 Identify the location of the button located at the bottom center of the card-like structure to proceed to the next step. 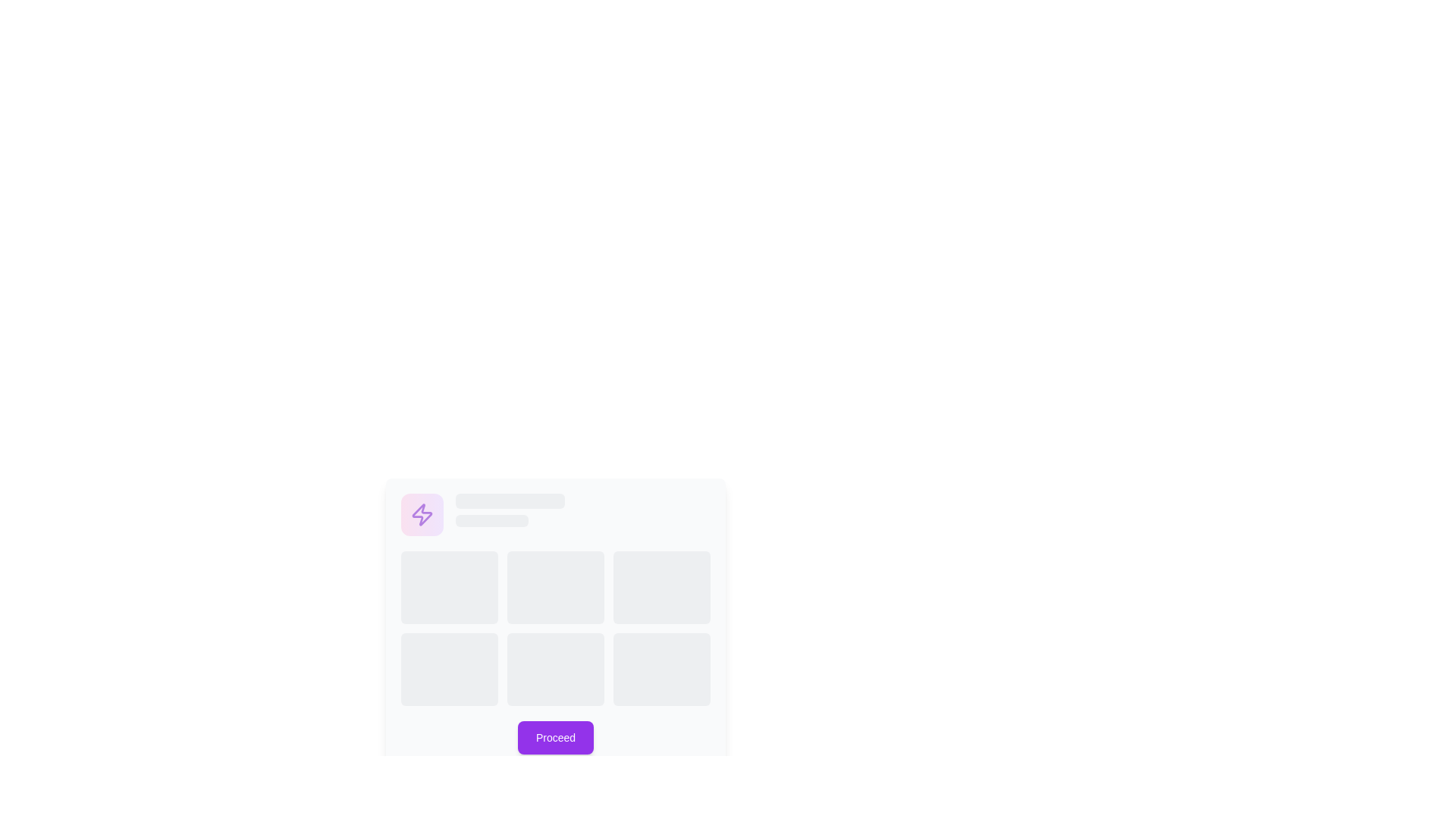
(555, 736).